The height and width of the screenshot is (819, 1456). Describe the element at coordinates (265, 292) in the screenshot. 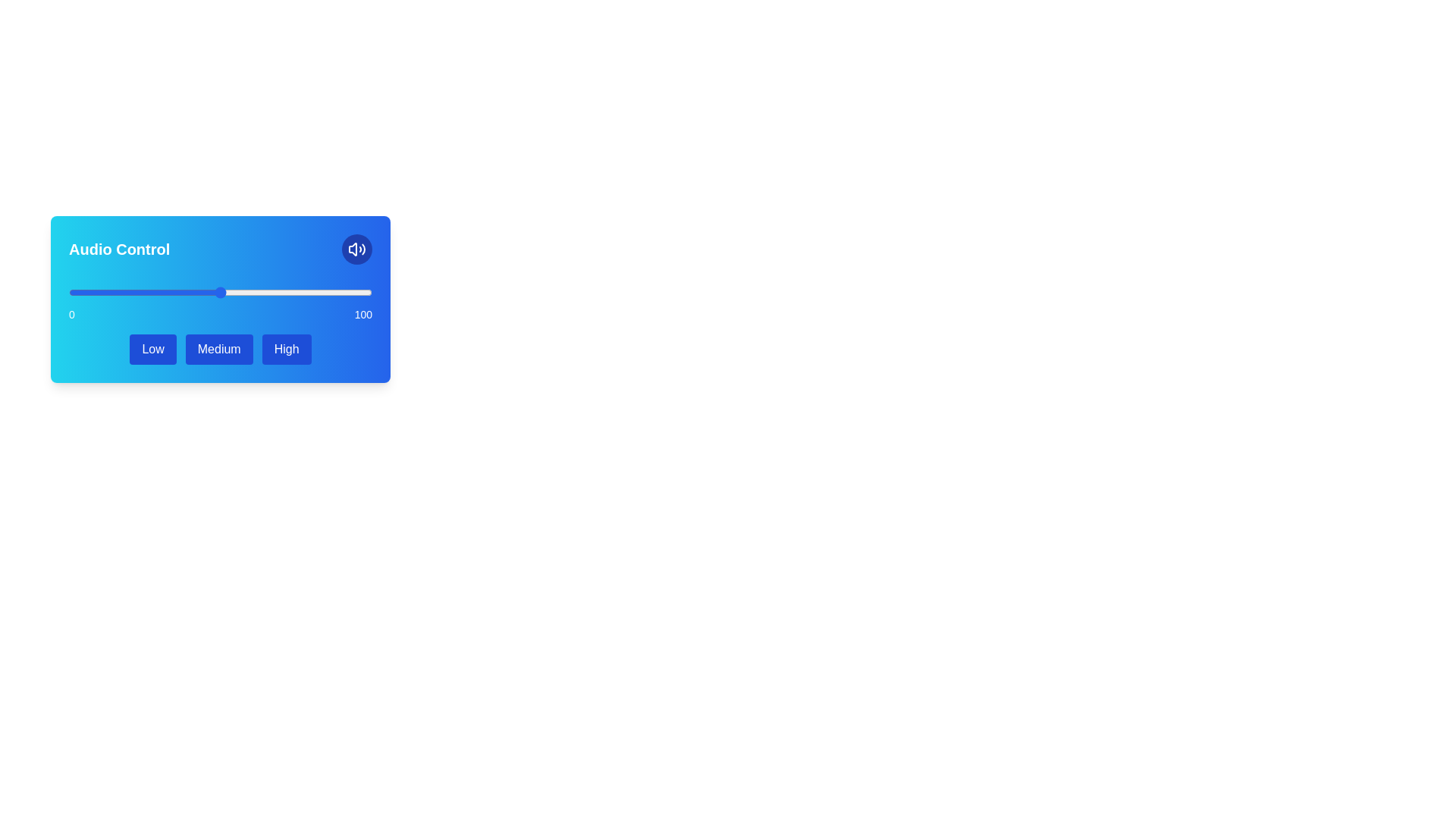

I see `the slider value` at that location.